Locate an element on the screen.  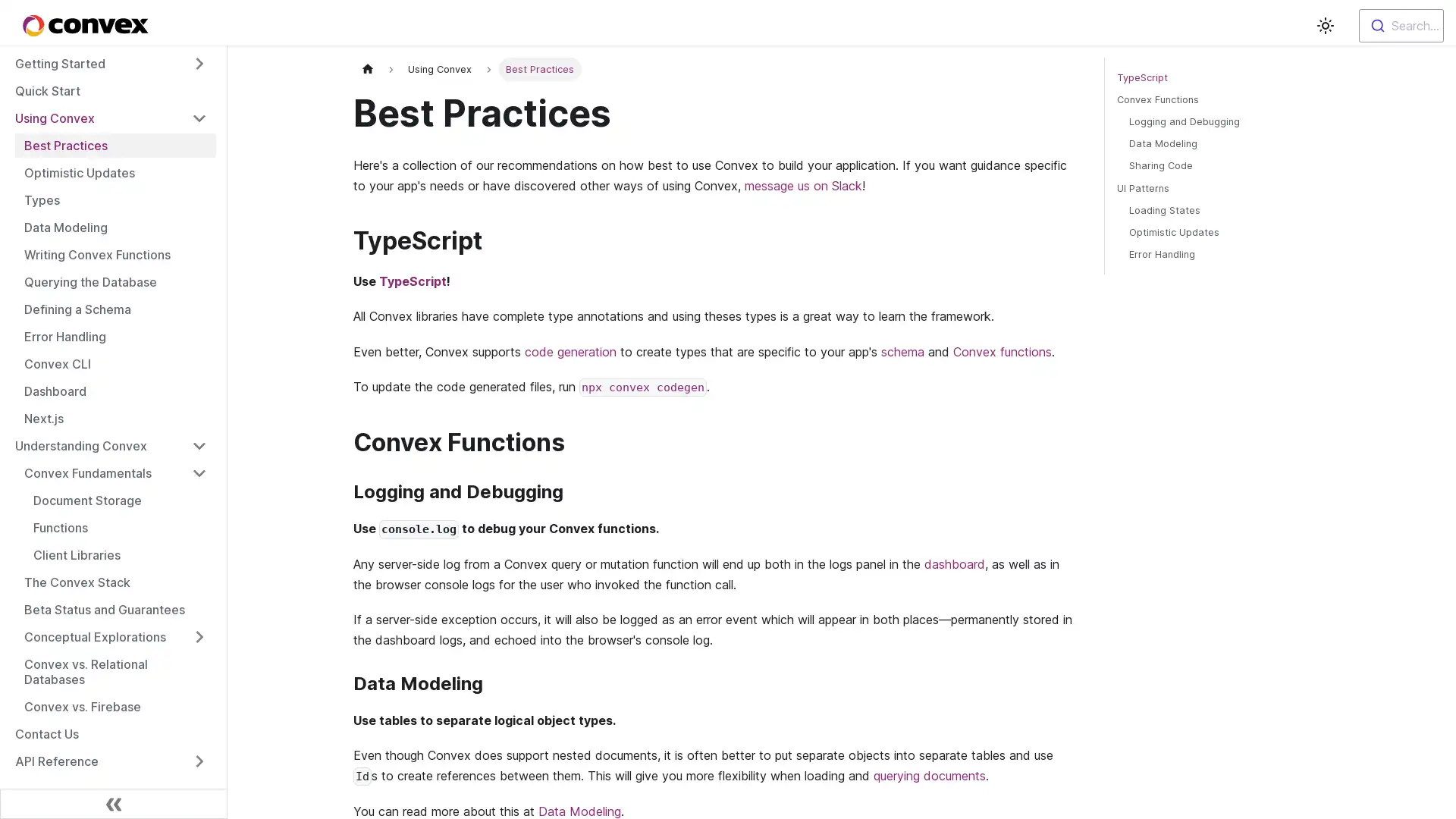
Toggle the collapsible sidebar category 'Convex Fundamentals' is located at coordinates (199, 472).